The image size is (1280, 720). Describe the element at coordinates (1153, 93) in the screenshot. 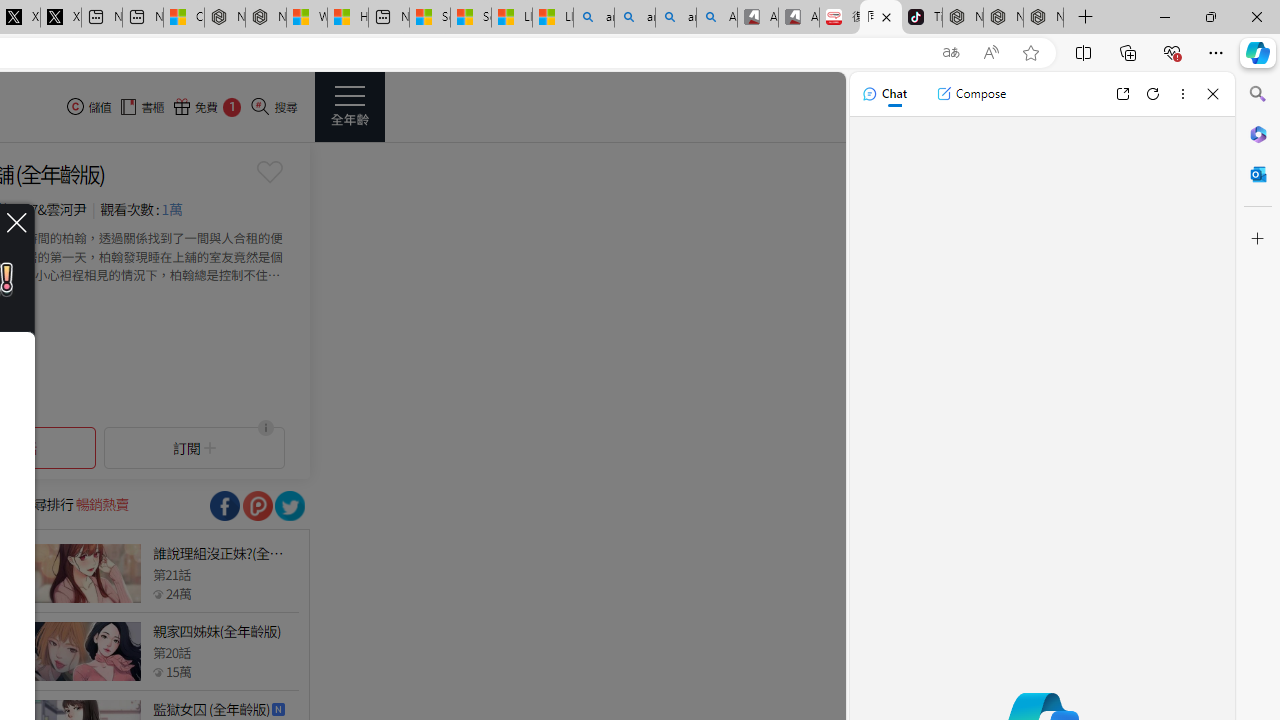

I see `'Refresh'` at that location.